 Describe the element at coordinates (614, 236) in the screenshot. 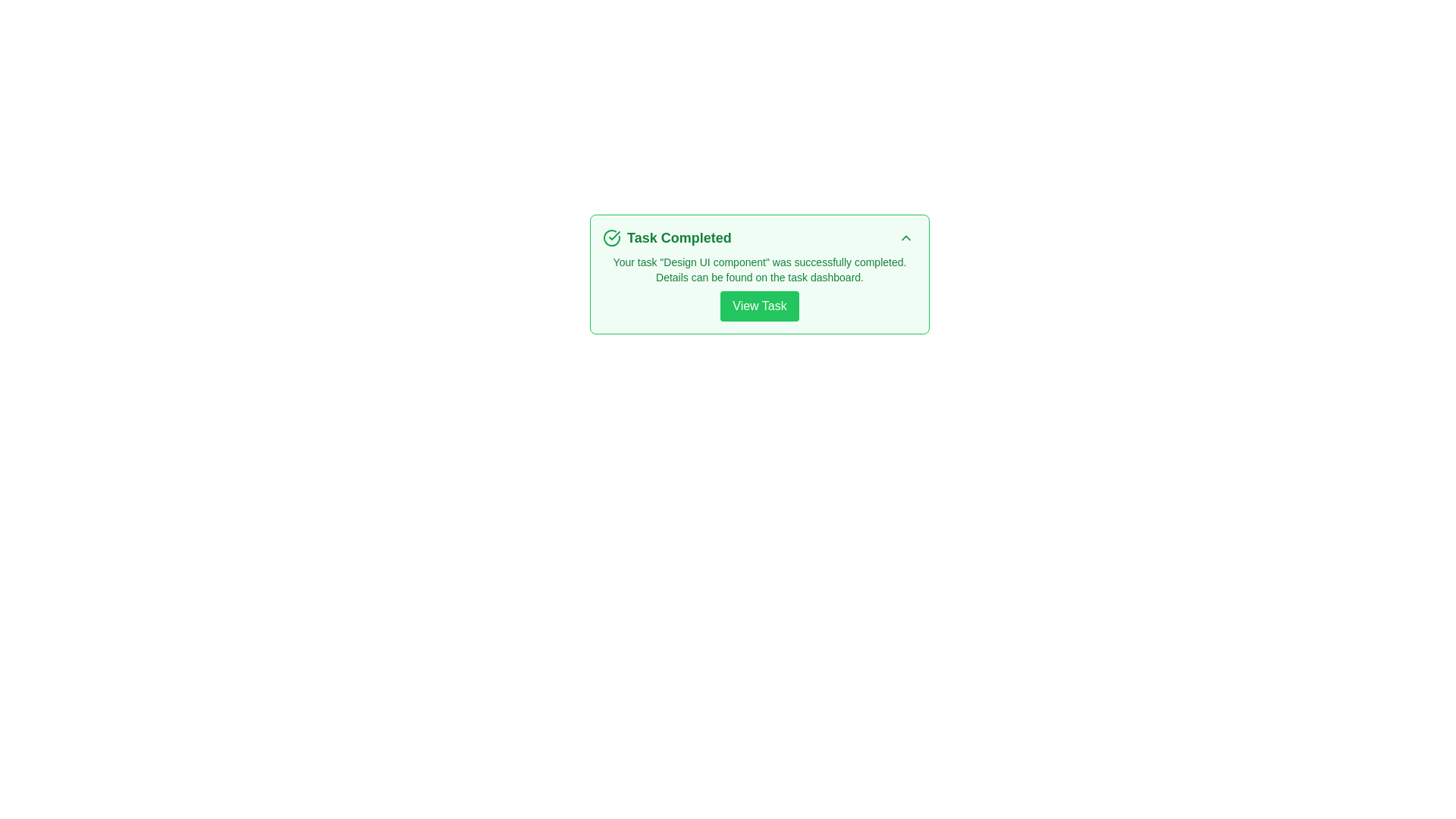

I see `the green checkmark within the circular icon located in the upper-left side of the notification box to indicate success` at that location.